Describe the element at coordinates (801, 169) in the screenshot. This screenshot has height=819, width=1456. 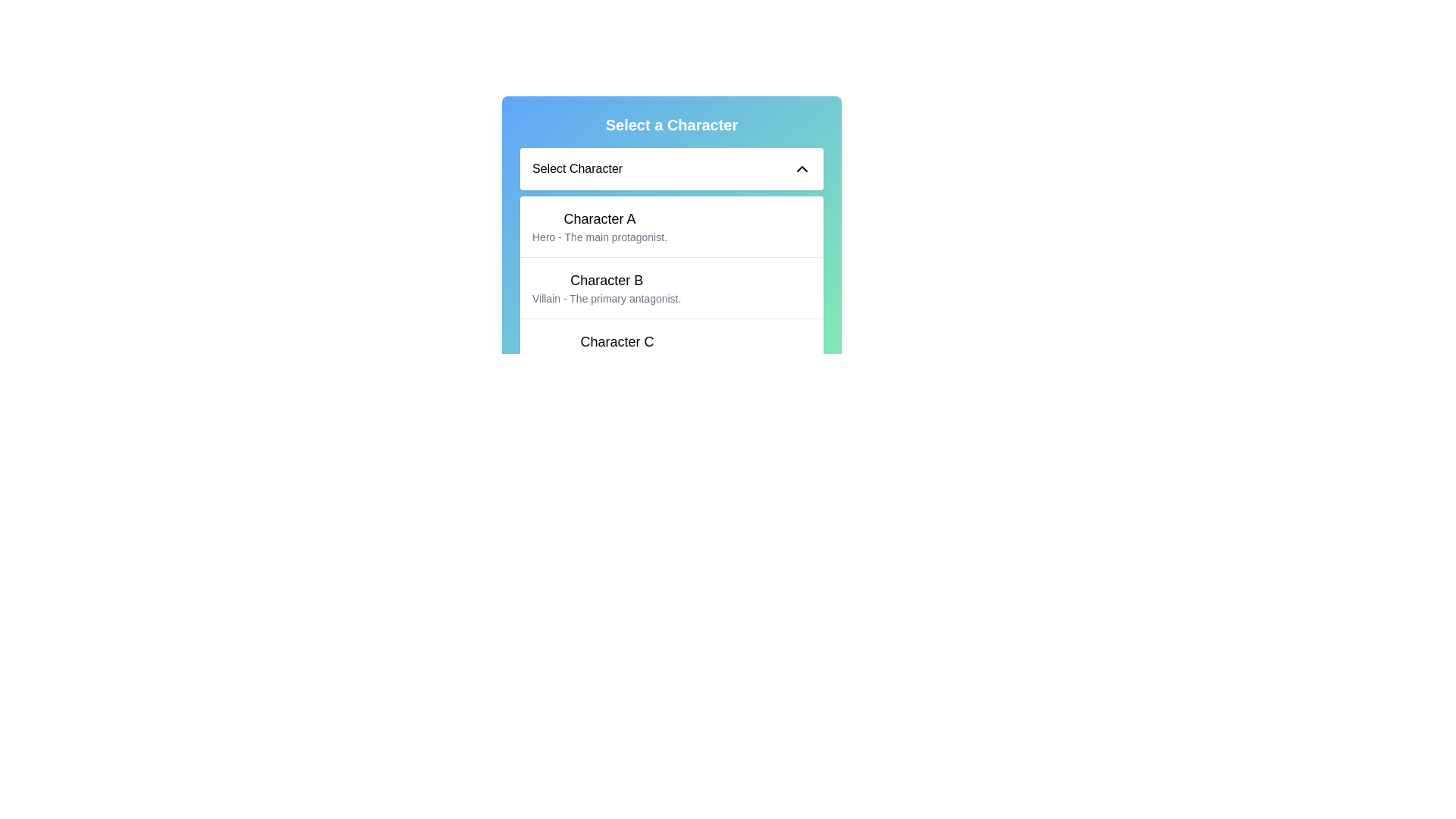
I see `the icon located at the right end of the 'Select Character' bar` at that location.